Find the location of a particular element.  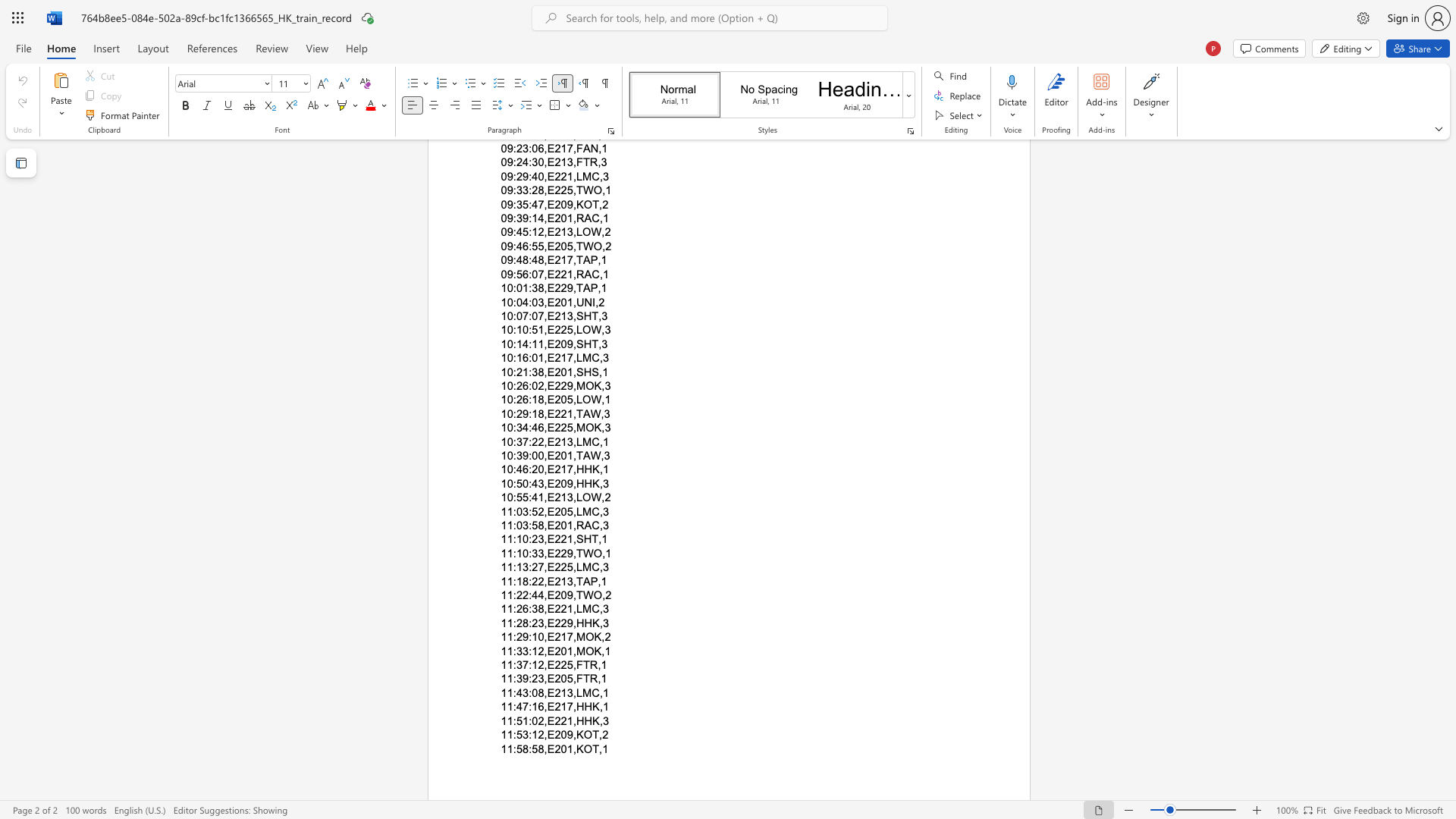

the subset text "221,LMC,3" within the text "11:26:38,E221,LMC,3" is located at coordinates (554, 608).